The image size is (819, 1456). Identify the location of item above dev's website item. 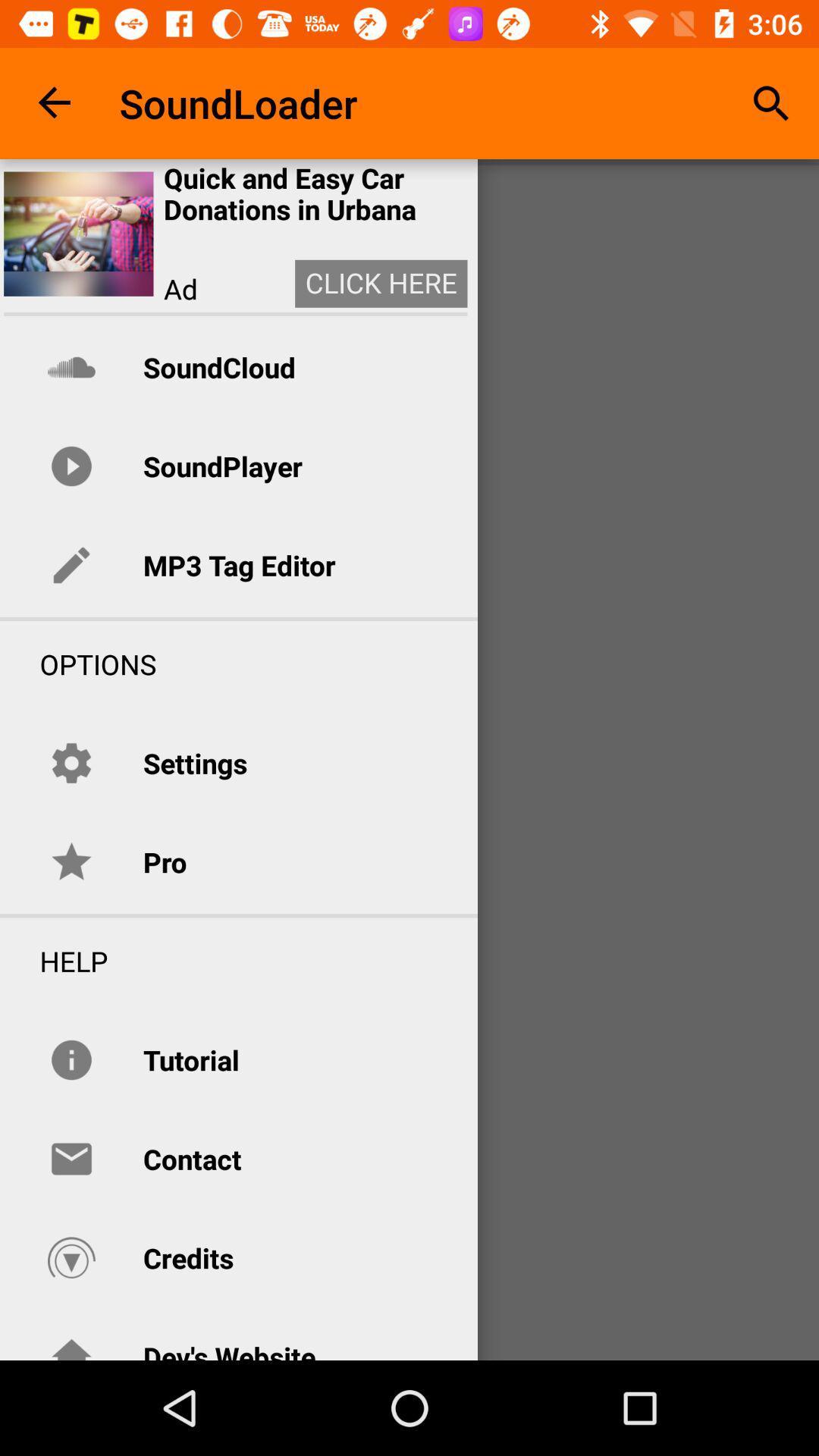
(187, 1258).